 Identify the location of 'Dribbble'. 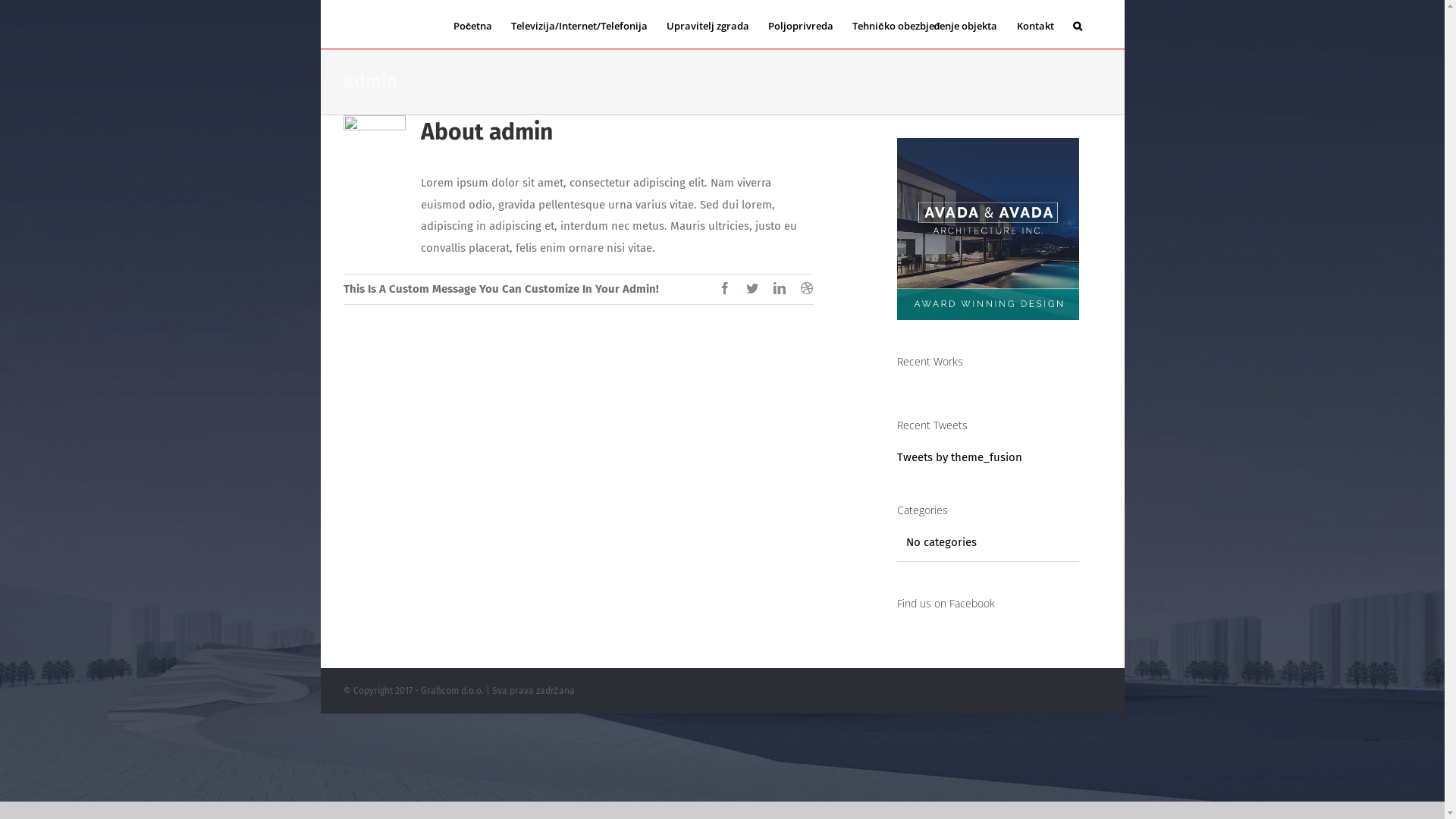
(806, 288).